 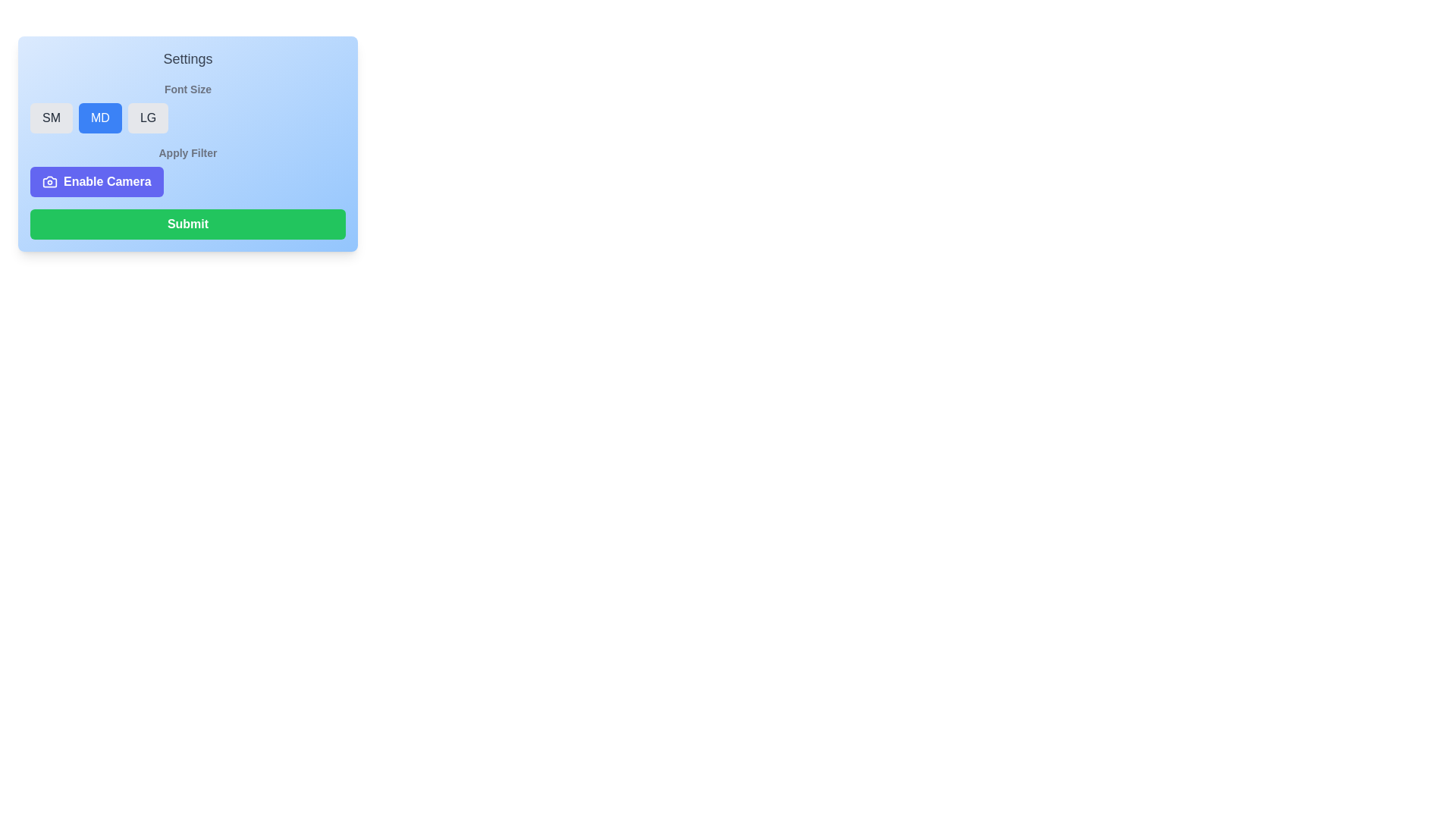 I want to click on the icon within the 'Enable Camera' button which indicates the functionality of enabling a camera feature, located on the left side of the button text, so click(x=50, y=180).